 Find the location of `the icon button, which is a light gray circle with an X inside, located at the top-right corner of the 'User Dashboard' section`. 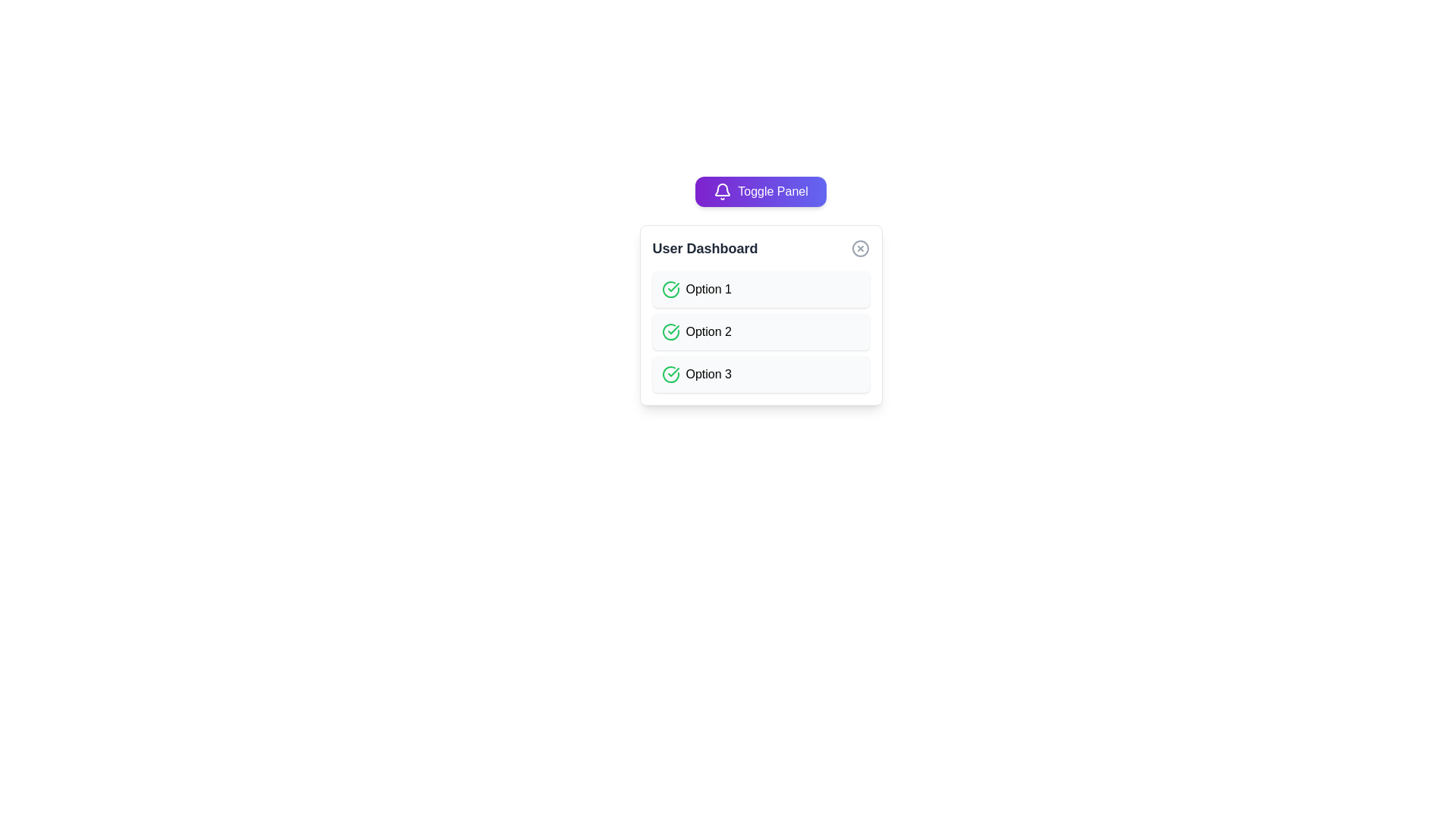

the icon button, which is a light gray circle with an X inside, located at the top-right corner of the 'User Dashboard' section is located at coordinates (860, 247).